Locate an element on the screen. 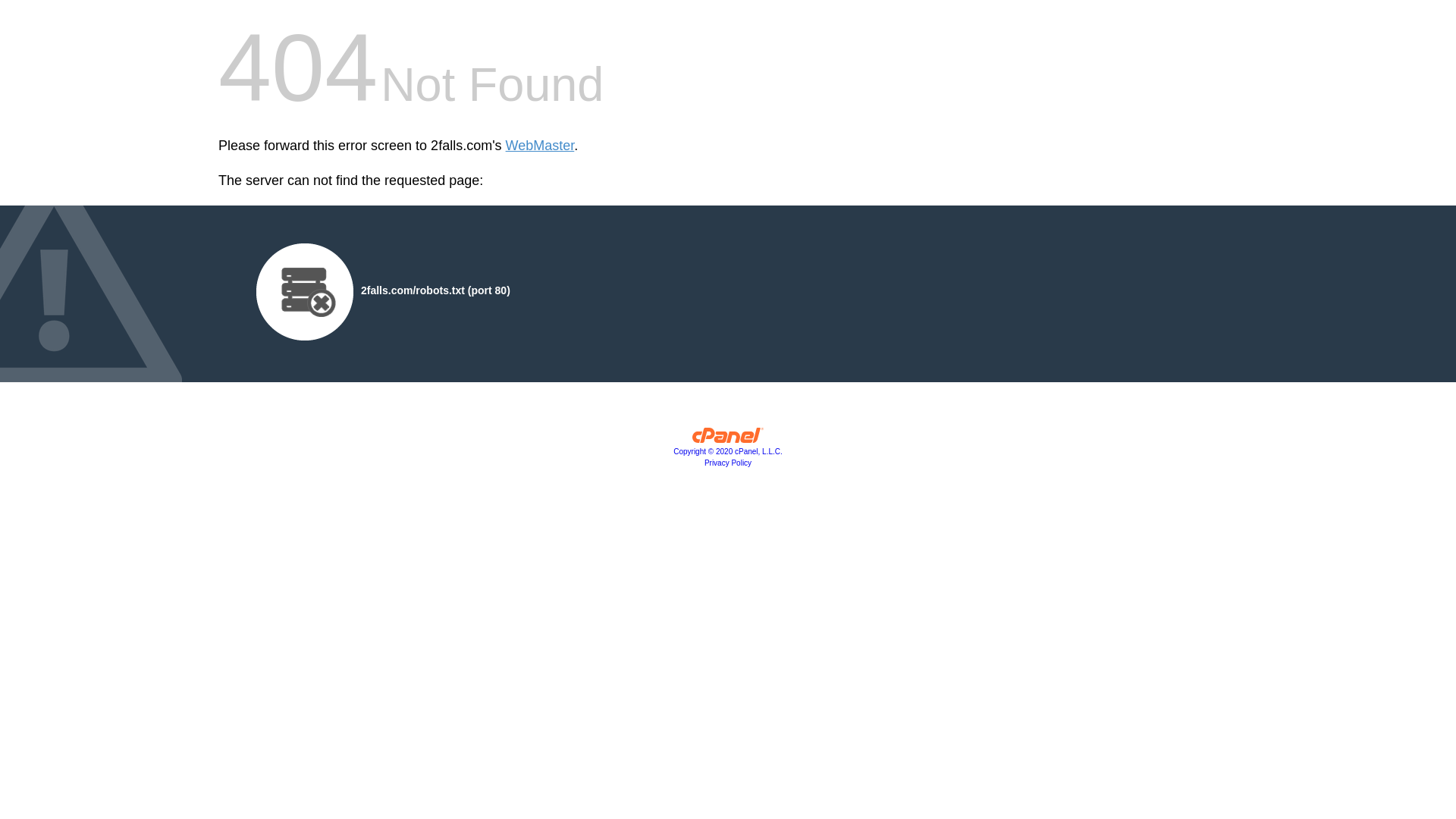  'WebMaster' is located at coordinates (540, 146).